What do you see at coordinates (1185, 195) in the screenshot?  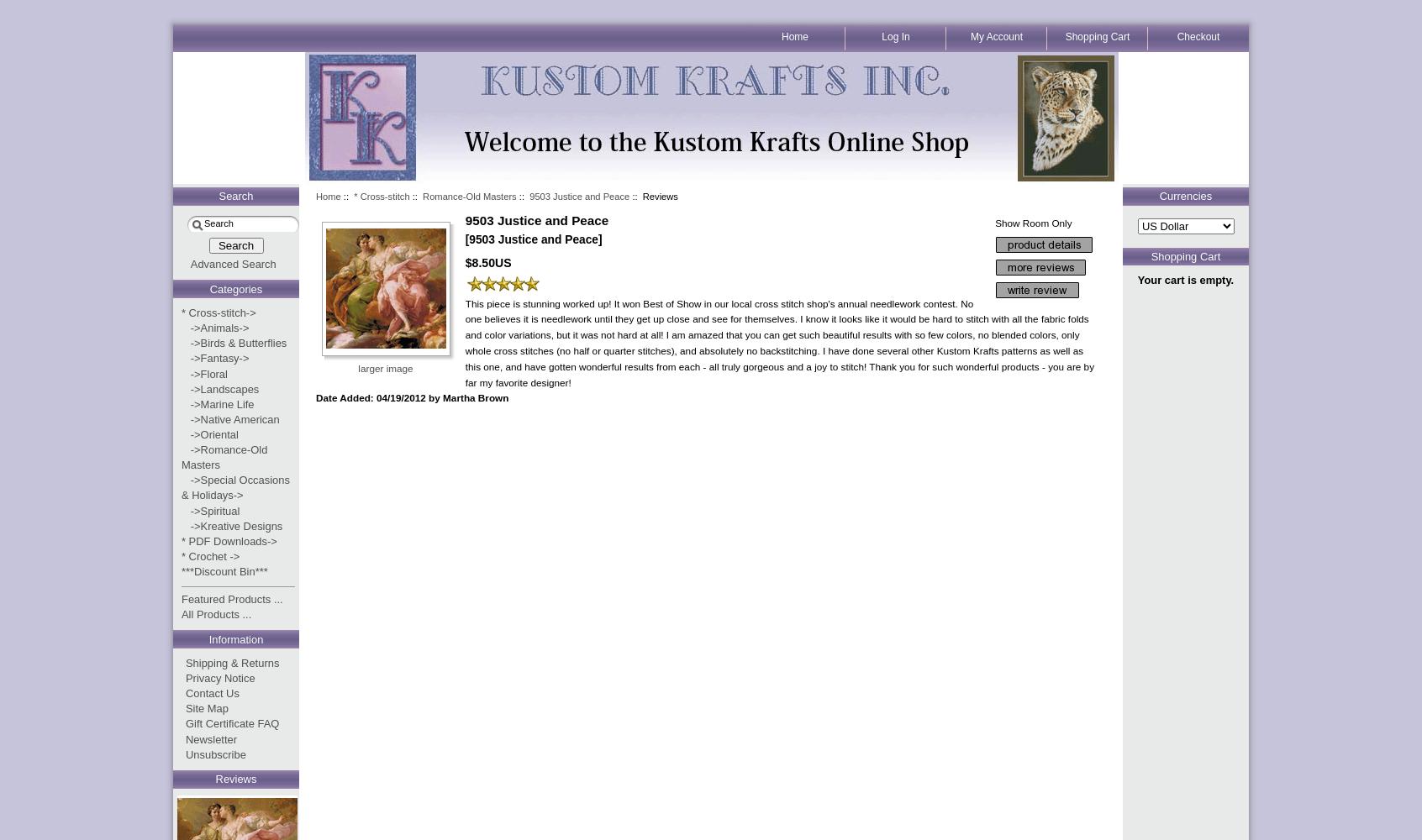 I see `'Currencies'` at bounding box center [1185, 195].